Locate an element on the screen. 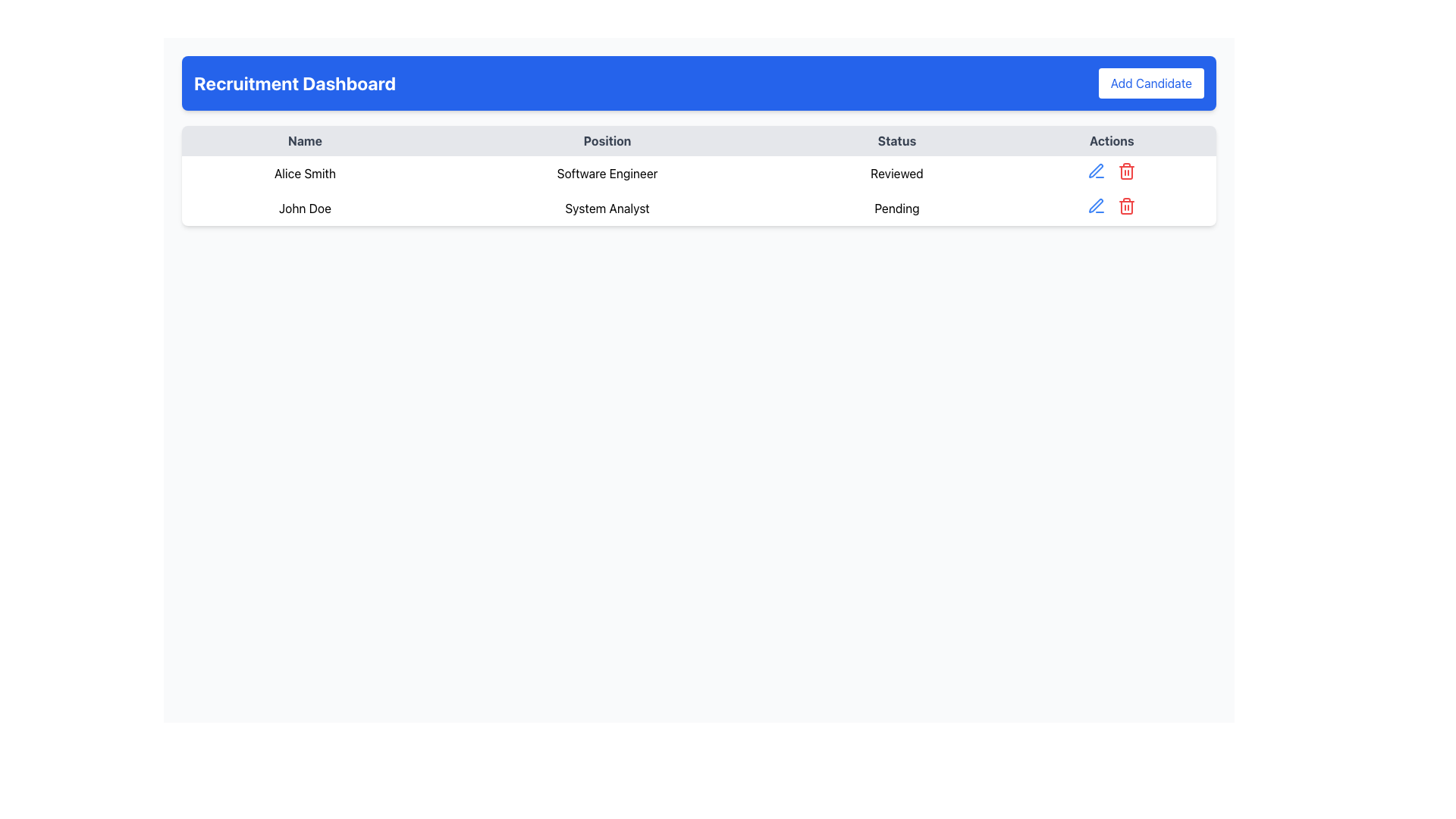  the Table Header Cell displaying the text 'Name', which is bold and centered, located at the top-left of the table header row is located at coordinates (304, 140).